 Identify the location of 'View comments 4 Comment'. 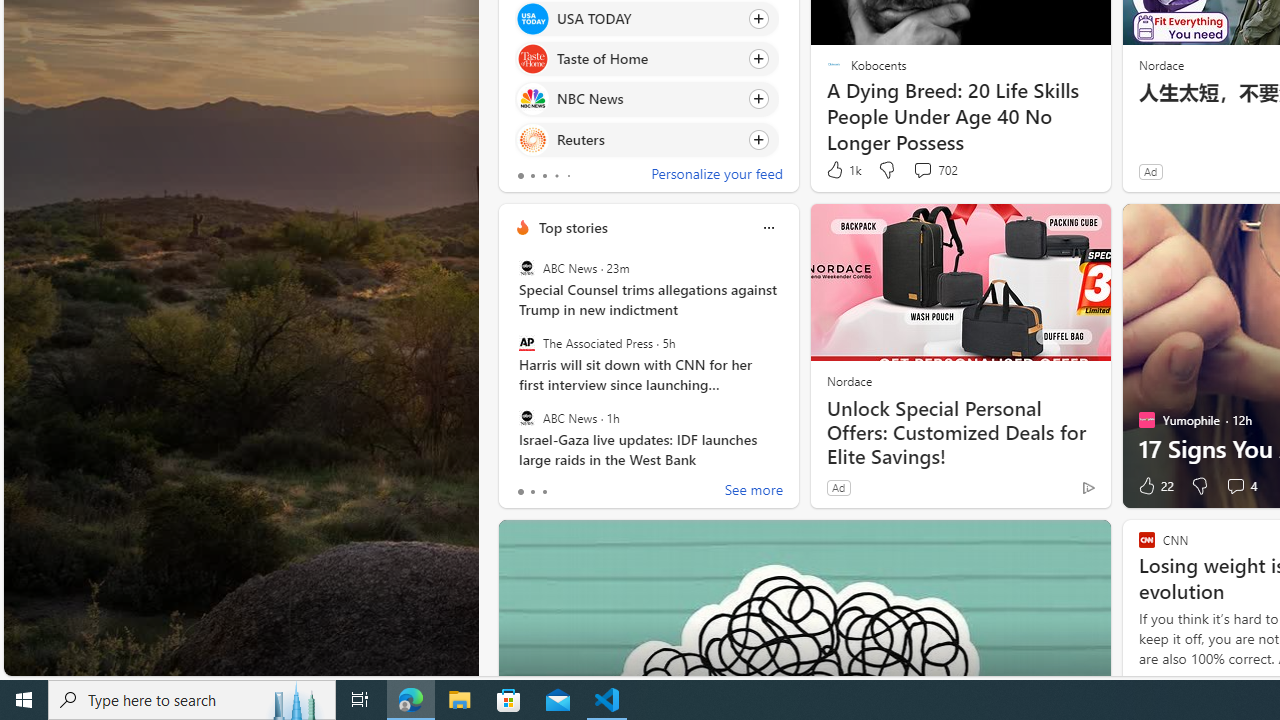
(1234, 486).